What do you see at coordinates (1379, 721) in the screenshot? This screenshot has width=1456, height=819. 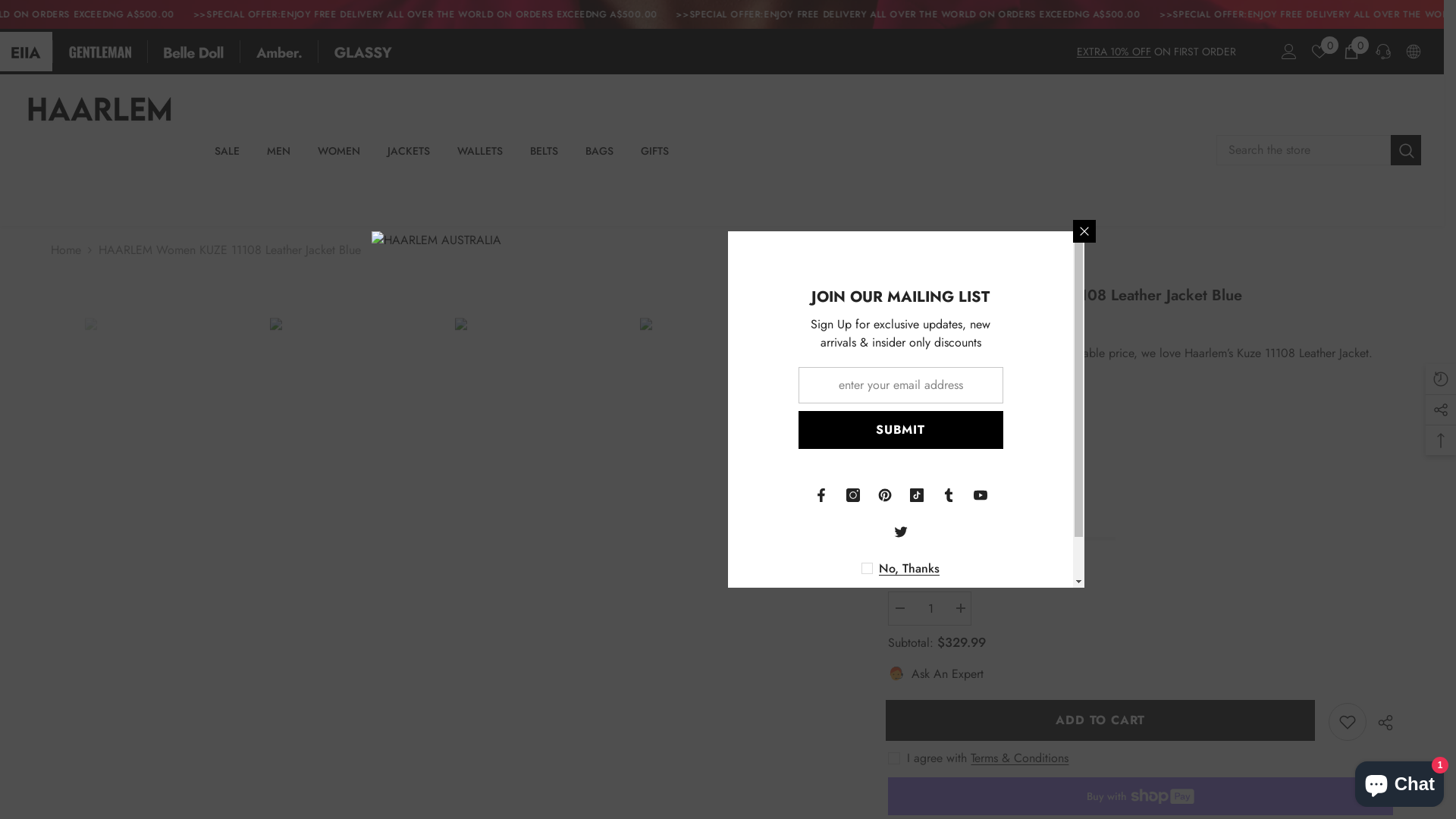 I see `'SHARE'` at bounding box center [1379, 721].